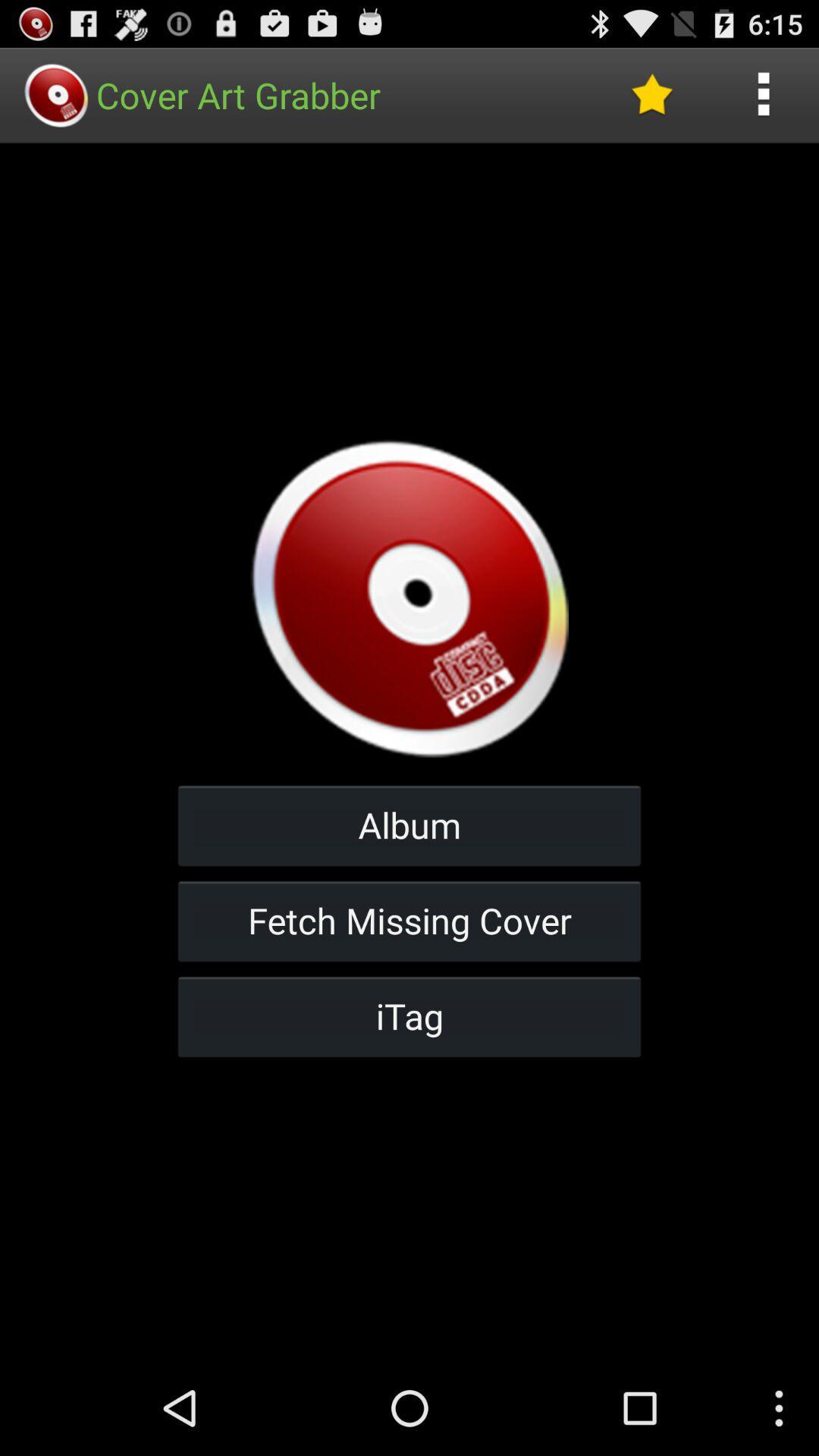 The width and height of the screenshot is (819, 1456). What do you see at coordinates (409, 1016) in the screenshot?
I see `the item at the bottom` at bounding box center [409, 1016].